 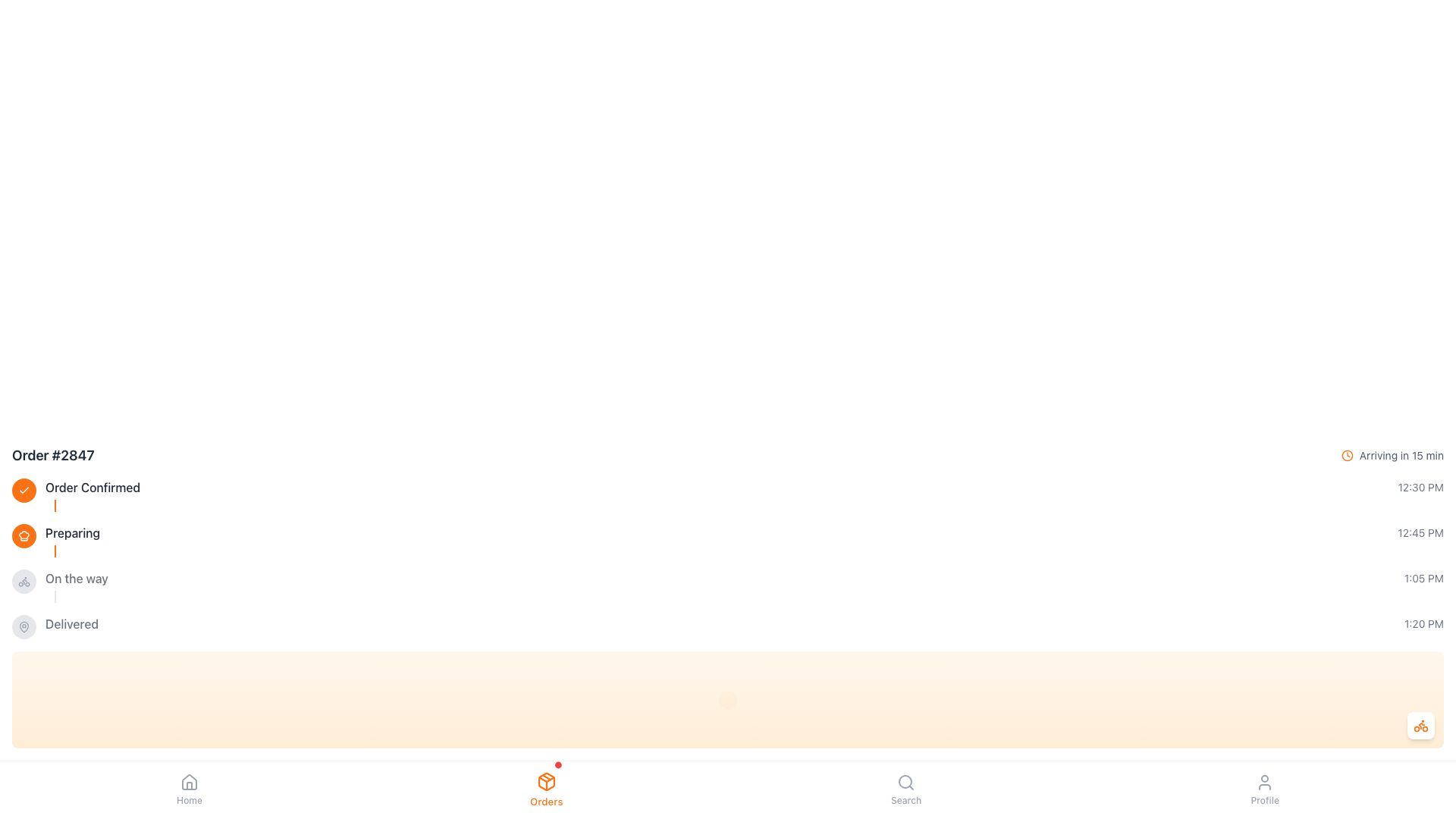 What do you see at coordinates (546, 781) in the screenshot?
I see `the 'Orders' icon in the bottom navigation bar` at bounding box center [546, 781].